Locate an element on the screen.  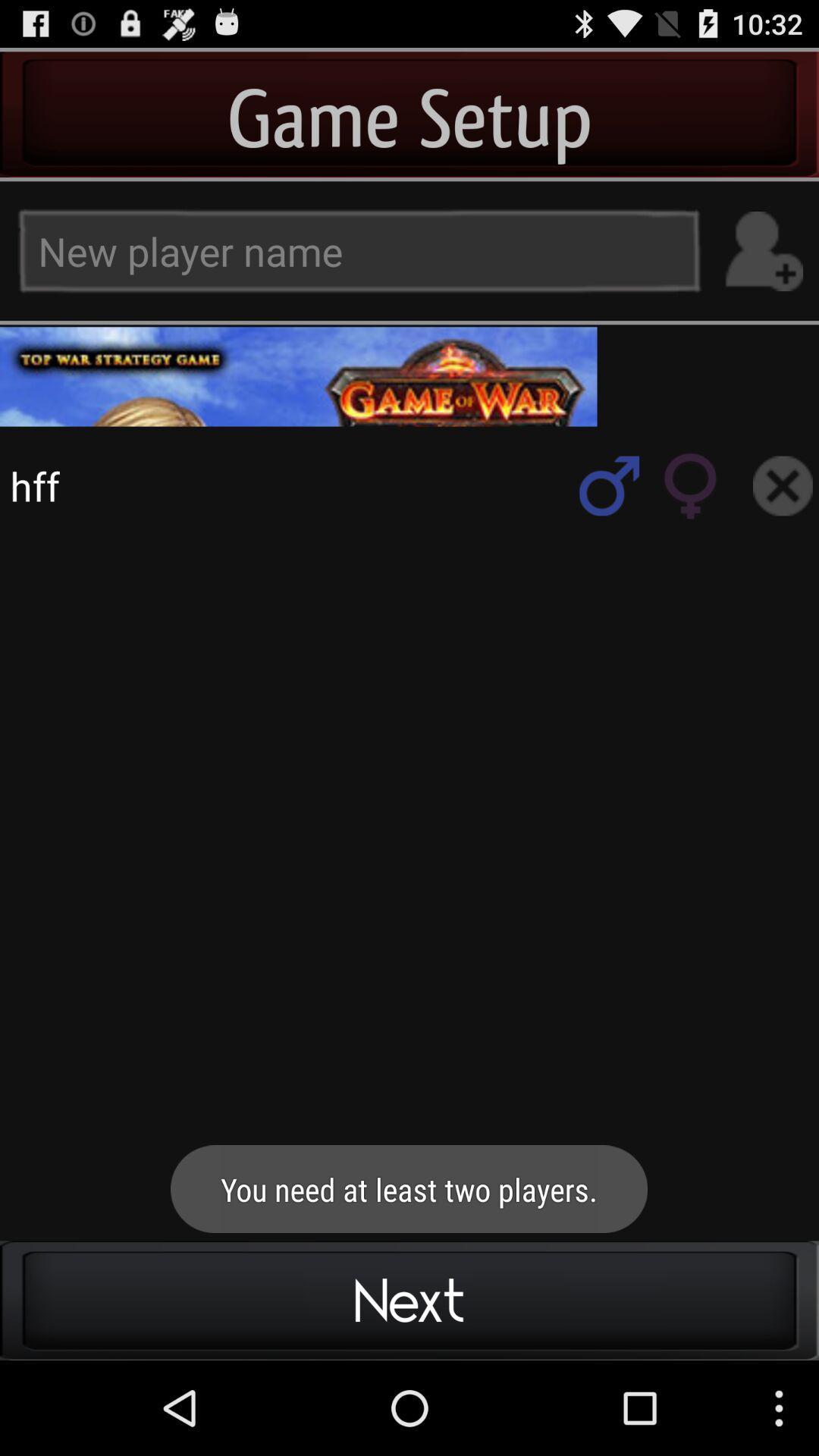
choose male is located at coordinates (608, 485).